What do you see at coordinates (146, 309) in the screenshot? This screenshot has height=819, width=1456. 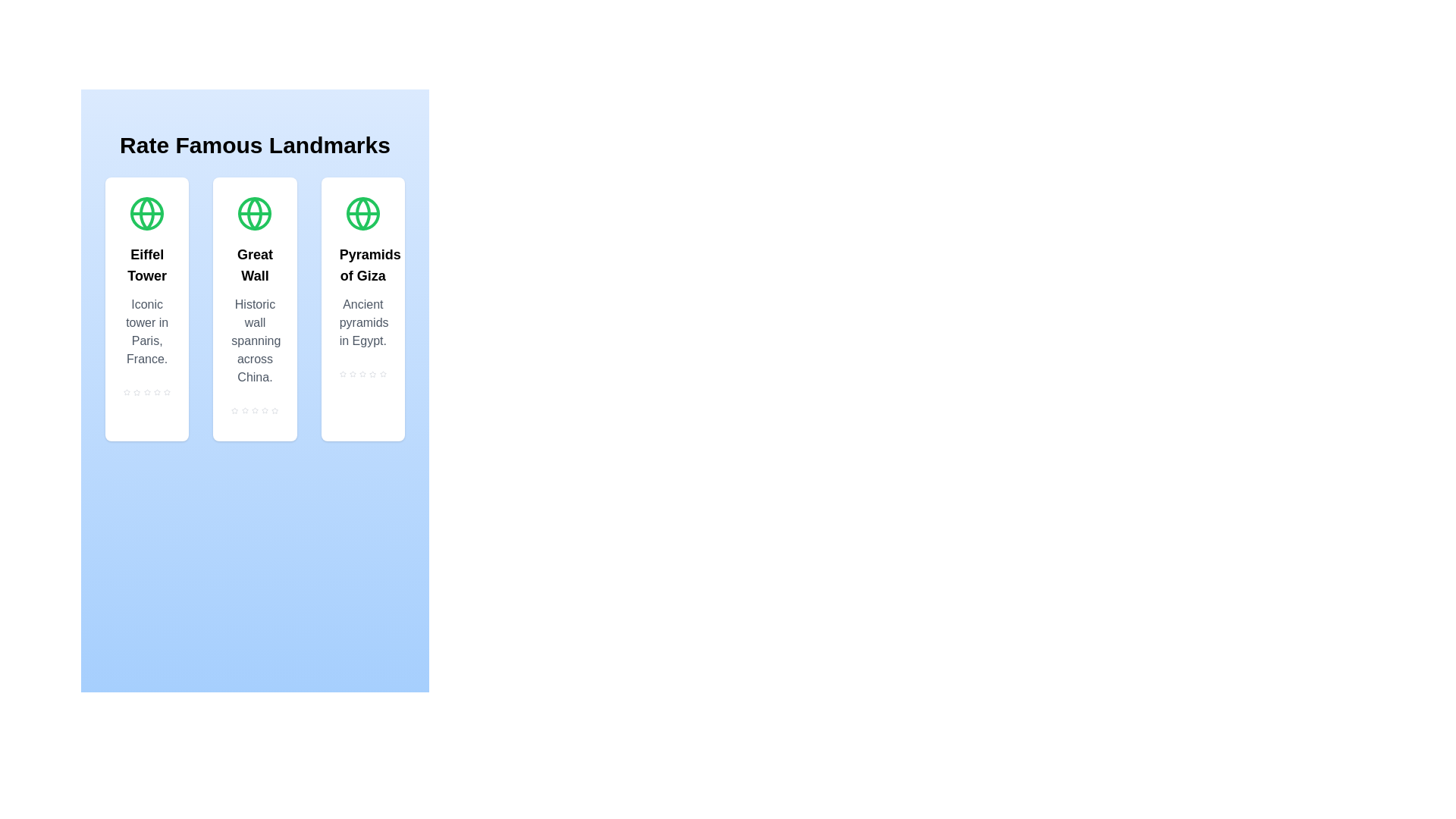 I see `the landmark card for Eiffel Tower to view its hover effect` at bounding box center [146, 309].